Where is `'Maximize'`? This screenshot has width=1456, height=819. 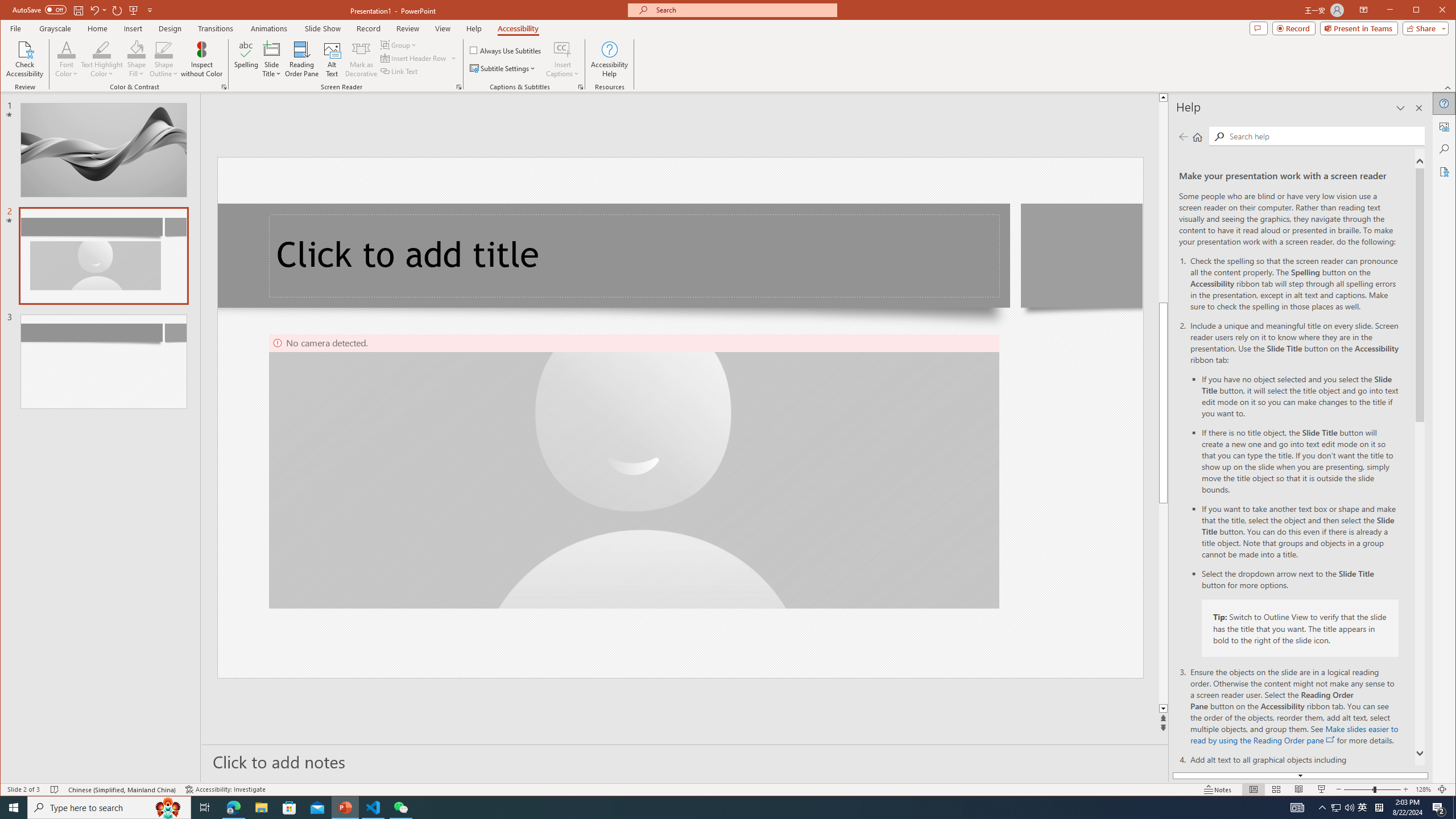
'Maximize' is located at coordinates (1433, 11).